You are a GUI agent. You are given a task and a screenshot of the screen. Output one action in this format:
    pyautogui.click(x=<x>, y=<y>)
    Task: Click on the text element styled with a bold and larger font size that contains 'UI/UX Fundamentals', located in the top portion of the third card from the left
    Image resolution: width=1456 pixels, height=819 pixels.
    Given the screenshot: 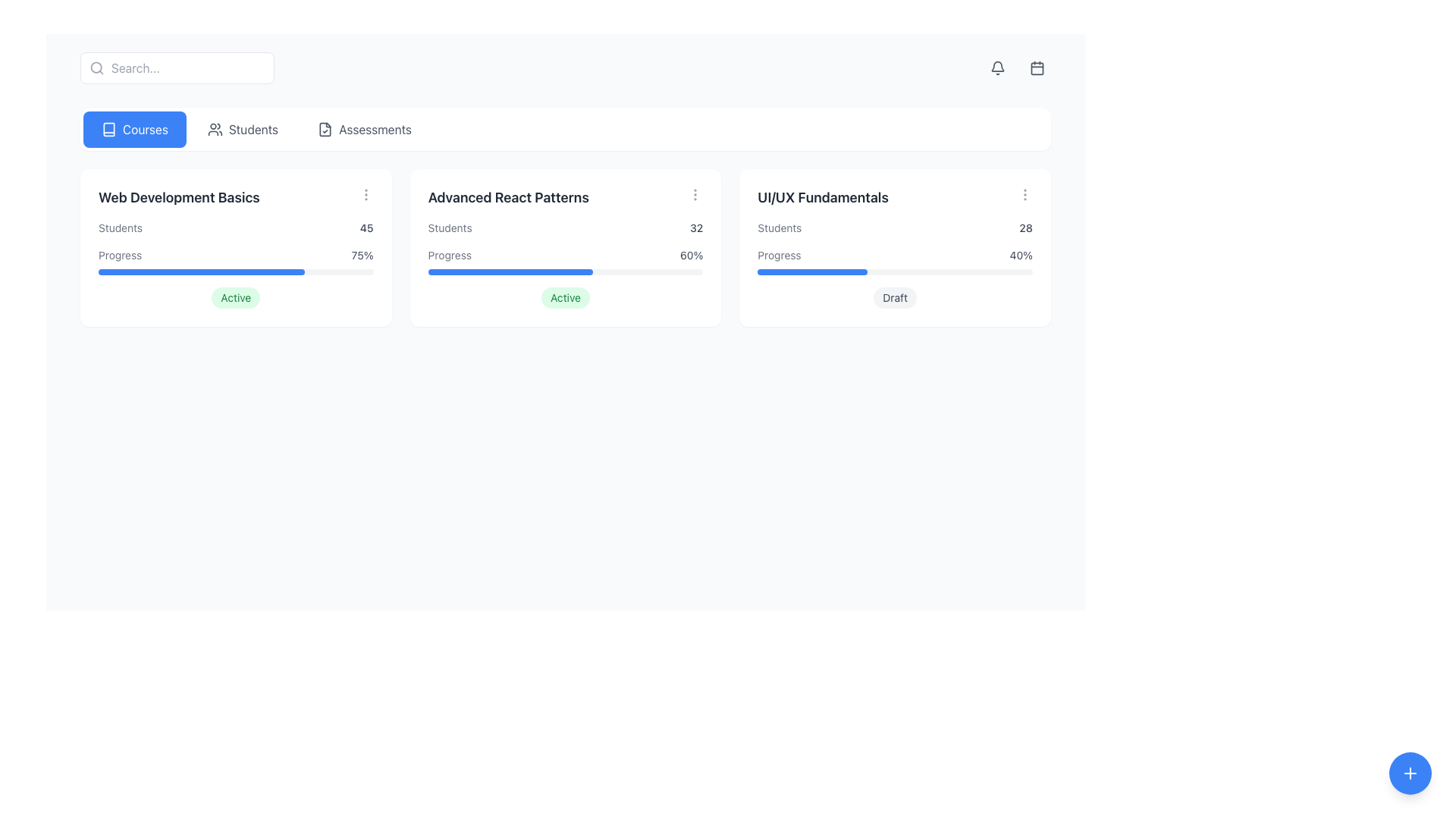 What is the action you would take?
    pyautogui.click(x=822, y=197)
    